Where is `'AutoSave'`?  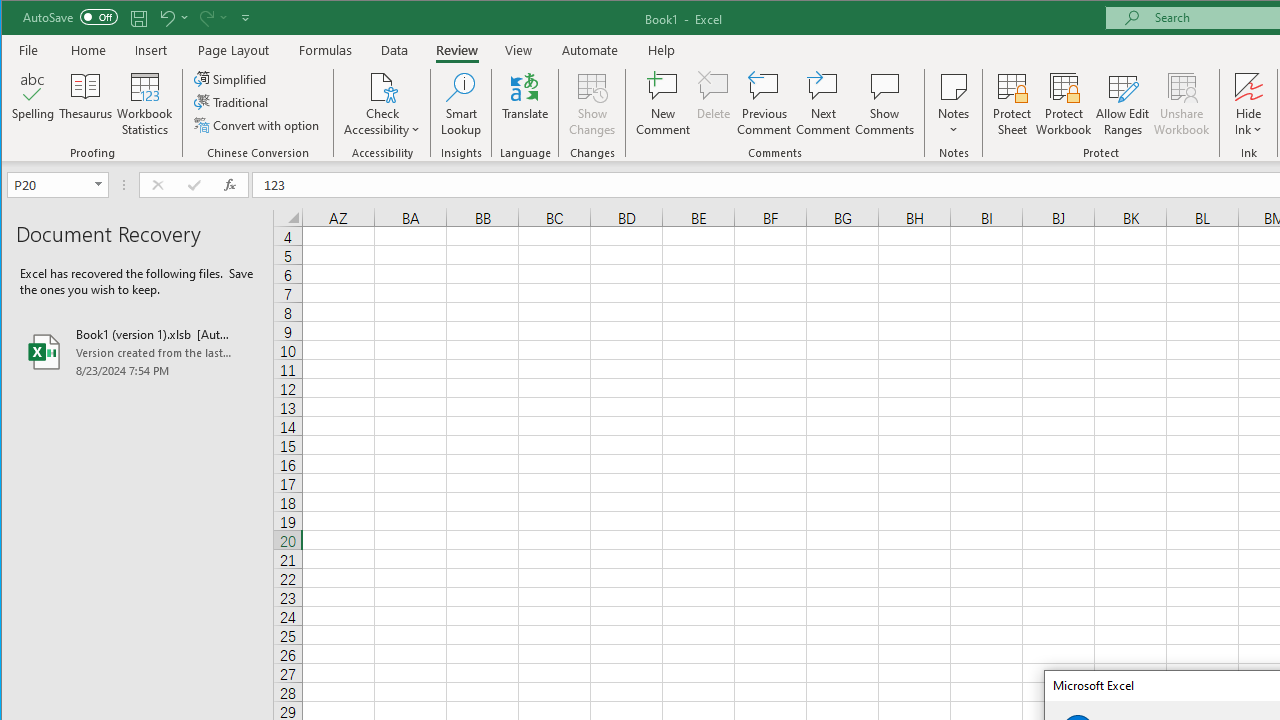
'AutoSave' is located at coordinates (70, 17).